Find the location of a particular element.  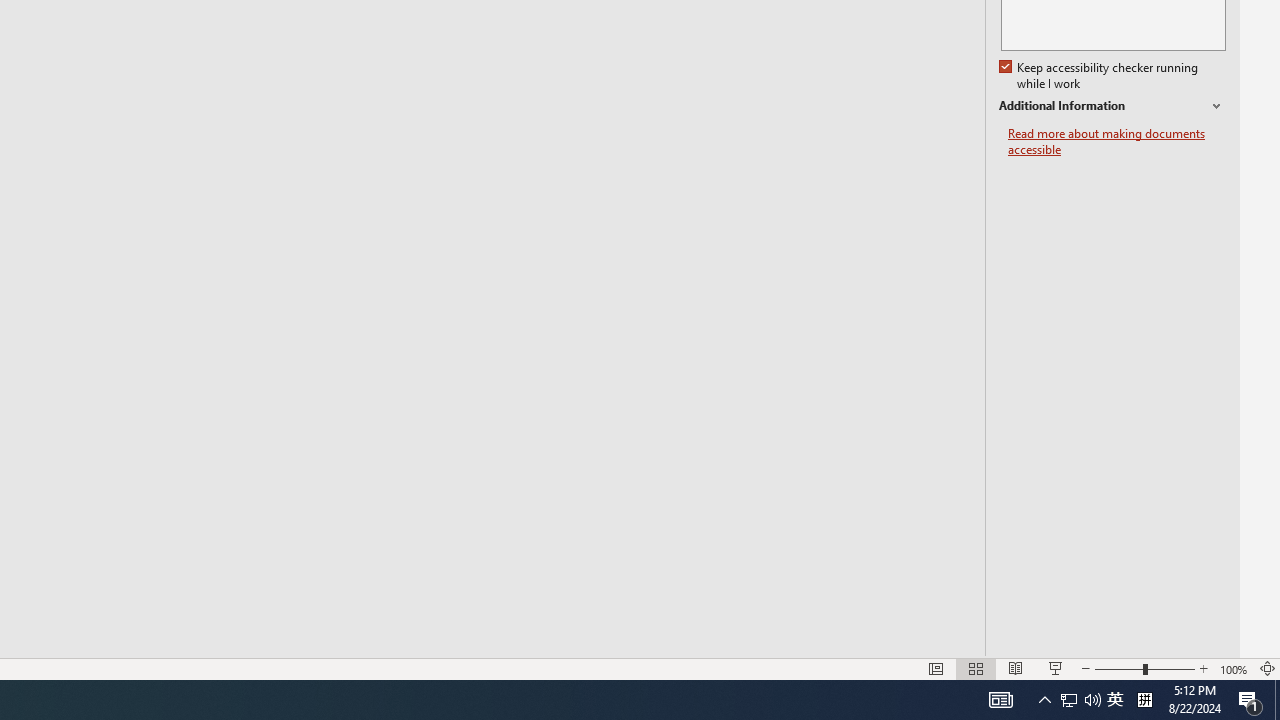

'Read more about making documents accessible' is located at coordinates (1116, 141).